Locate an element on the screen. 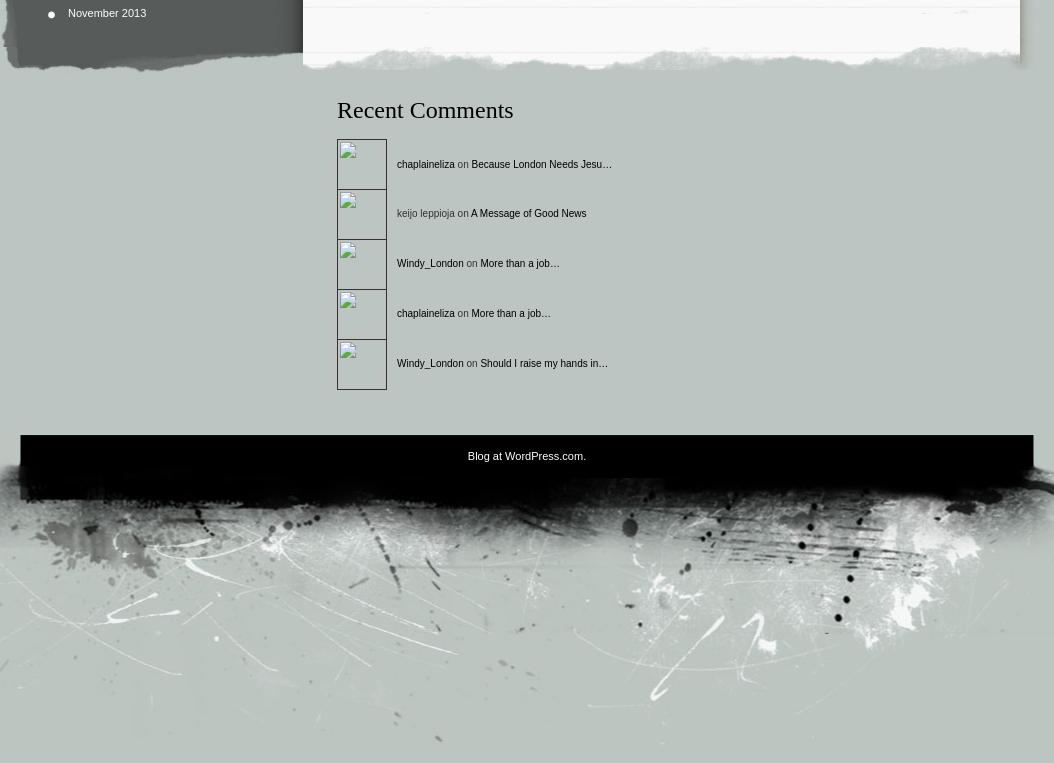  'Recent Comments' is located at coordinates (336, 109).